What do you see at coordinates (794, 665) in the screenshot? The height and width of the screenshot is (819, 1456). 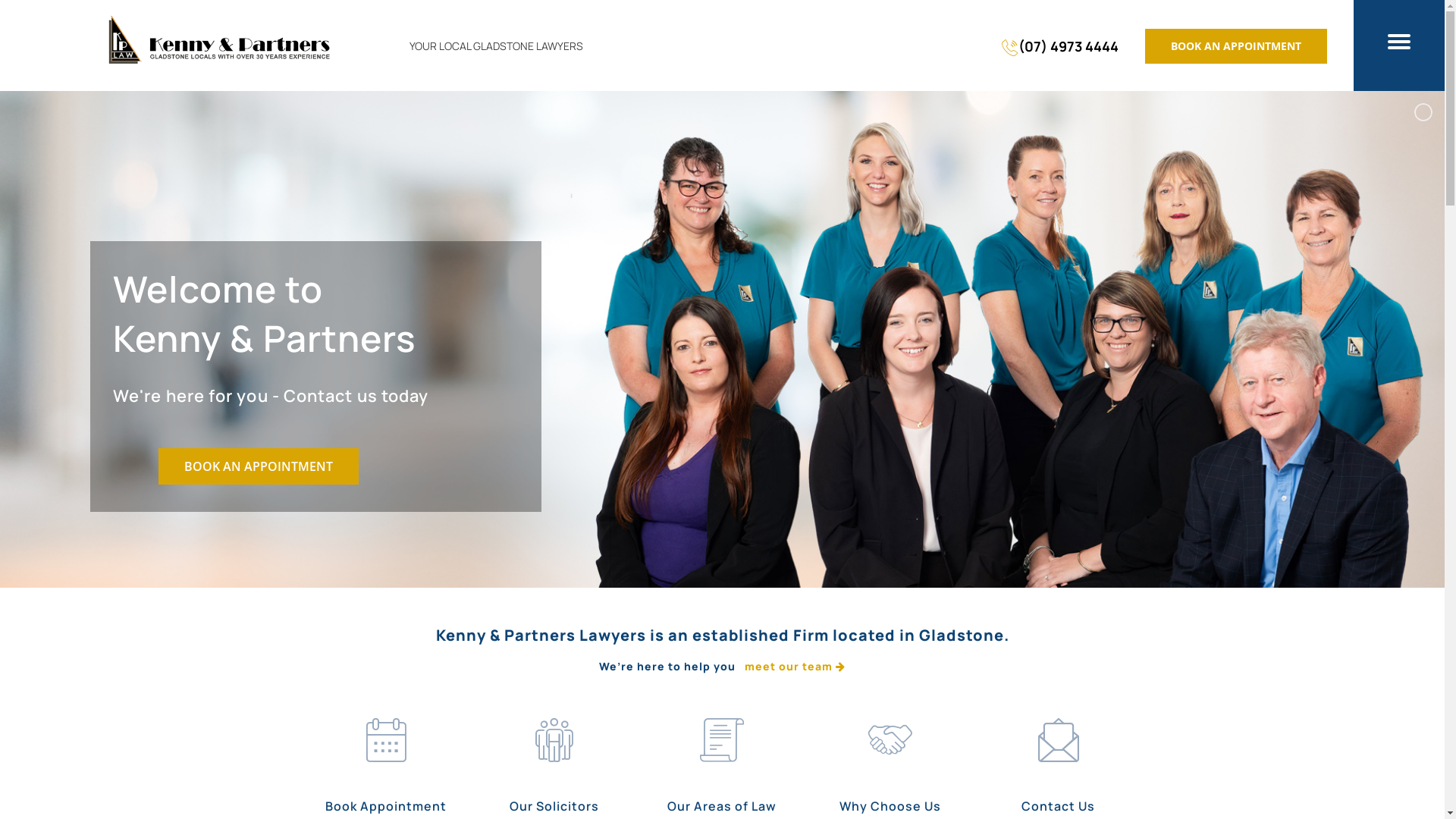 I see `'meet our team'` at bounding box center [794, 665].